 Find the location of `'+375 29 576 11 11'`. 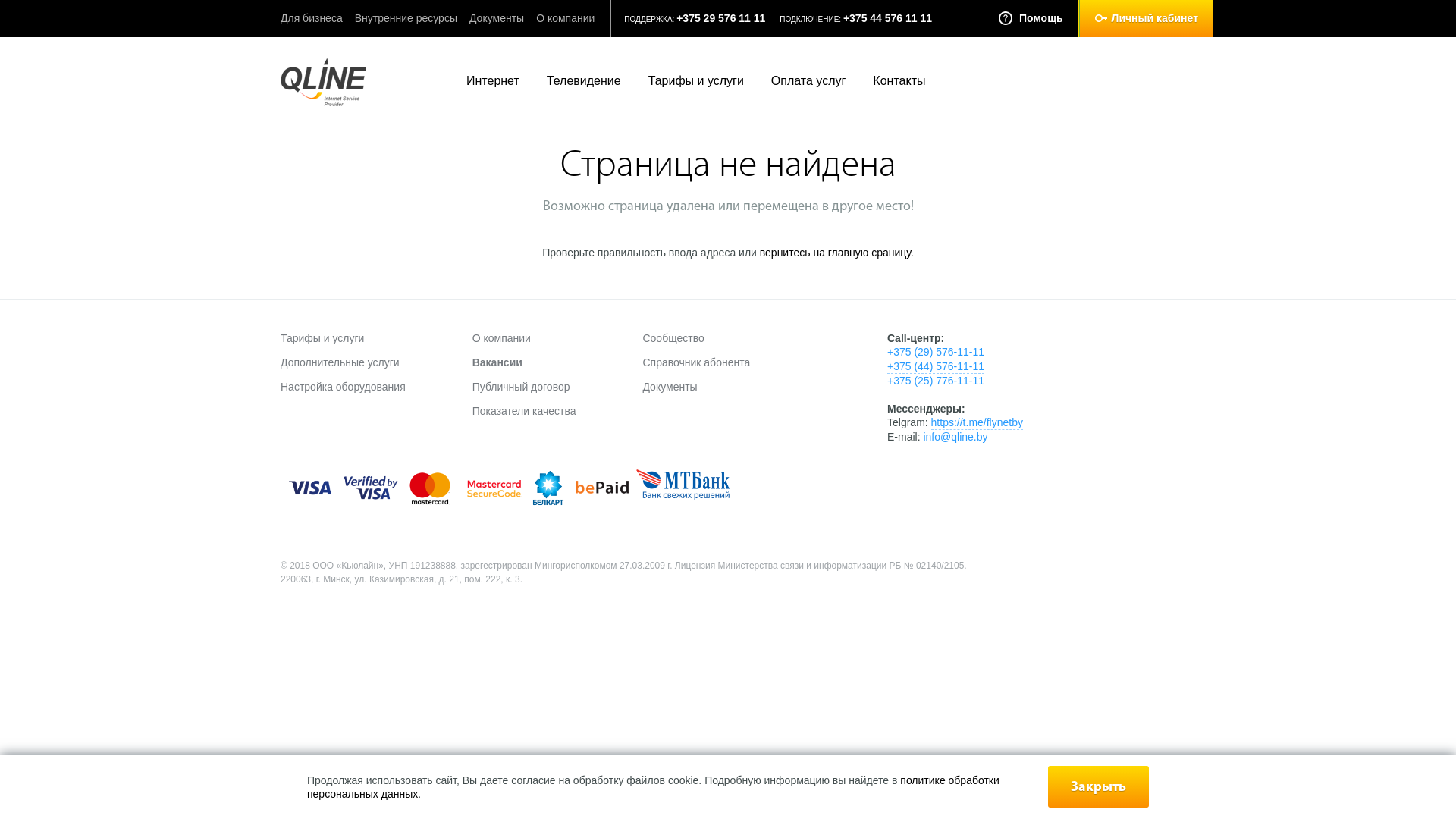

'+375 29 576 11 11' is located at coordinates (720, 17).